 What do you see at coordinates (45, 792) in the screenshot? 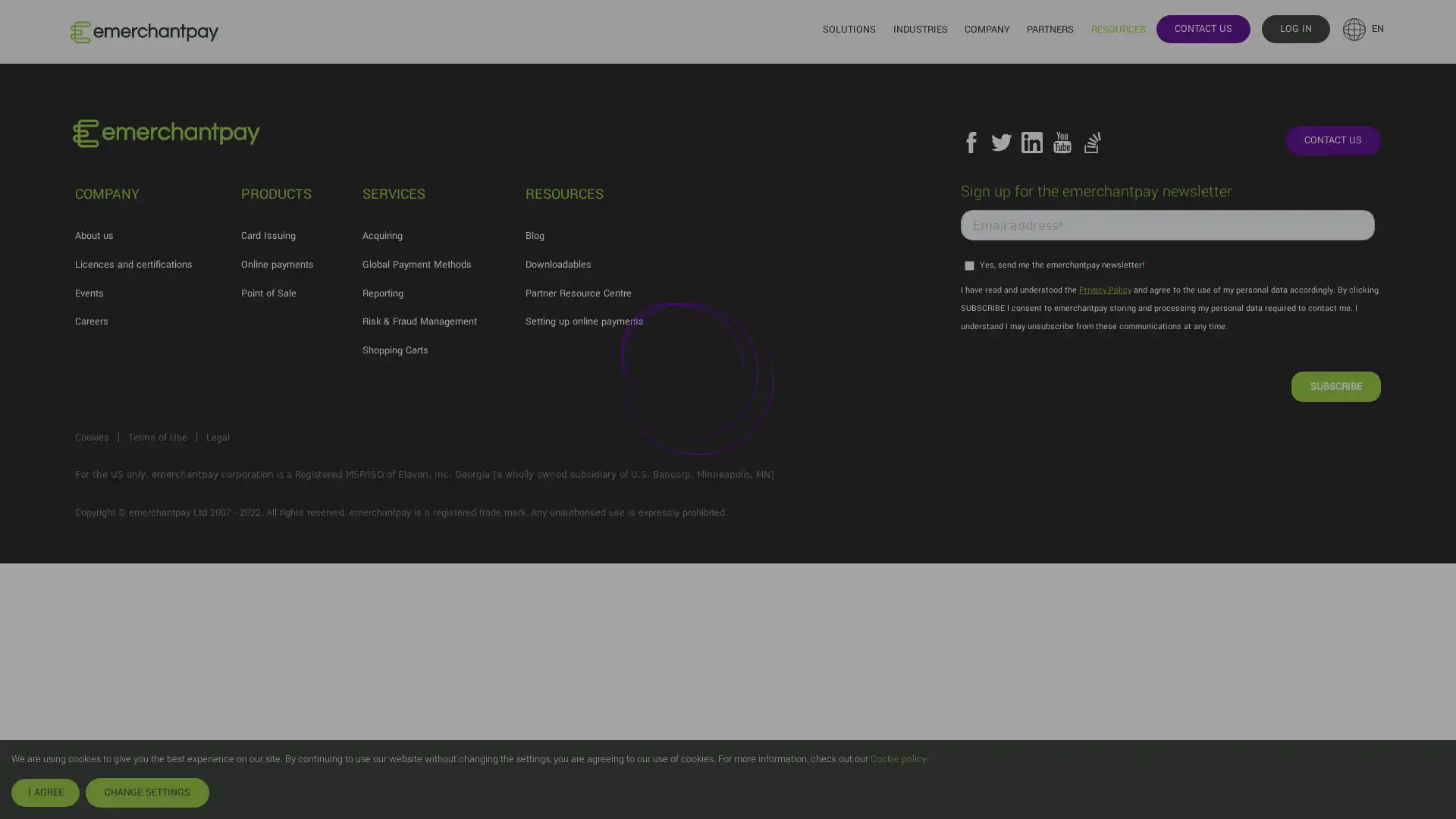
I see `I AGREE` at bounding box center [45, 792].